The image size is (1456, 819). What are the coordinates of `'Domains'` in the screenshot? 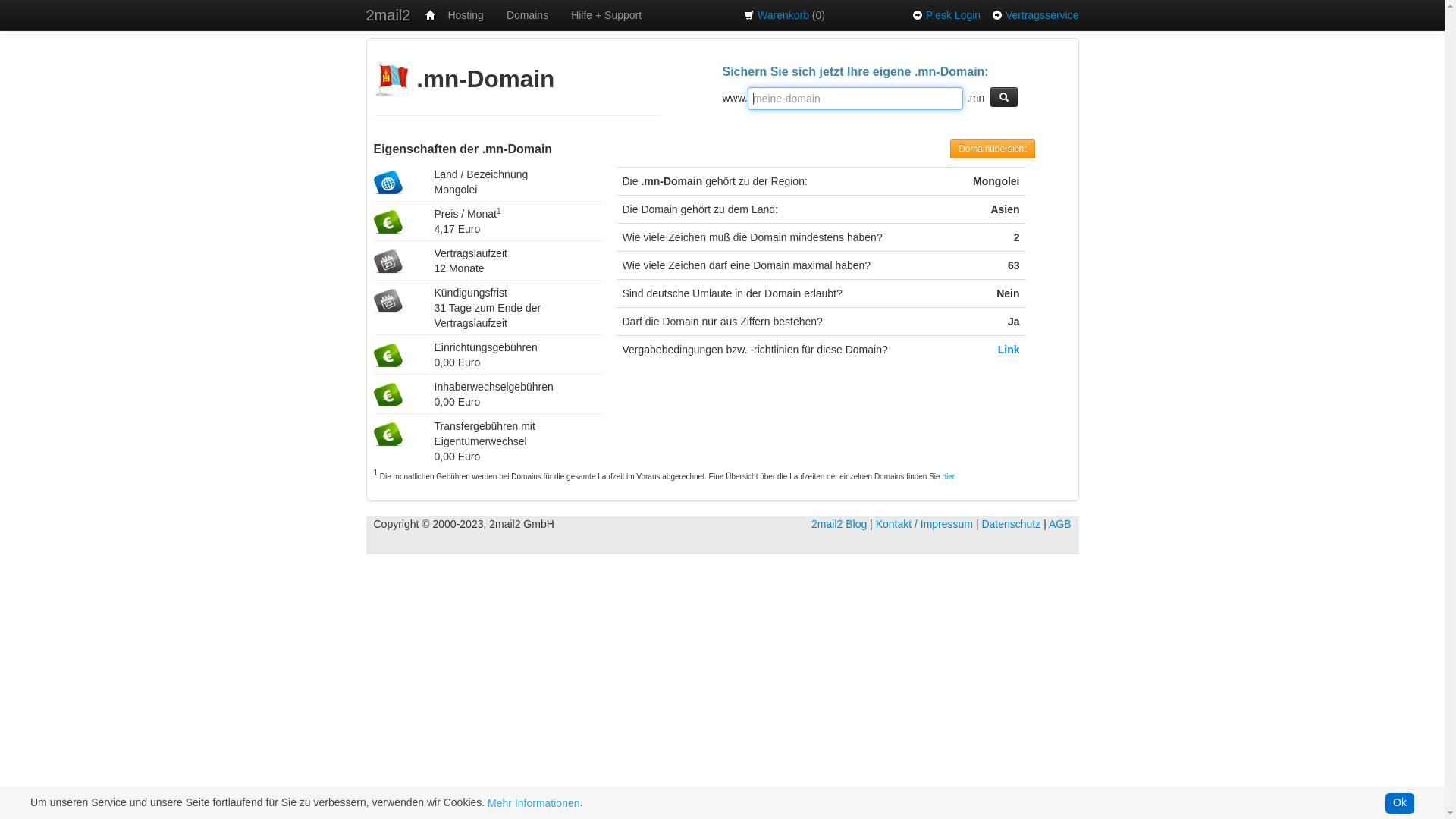 It's located at (494, 14).